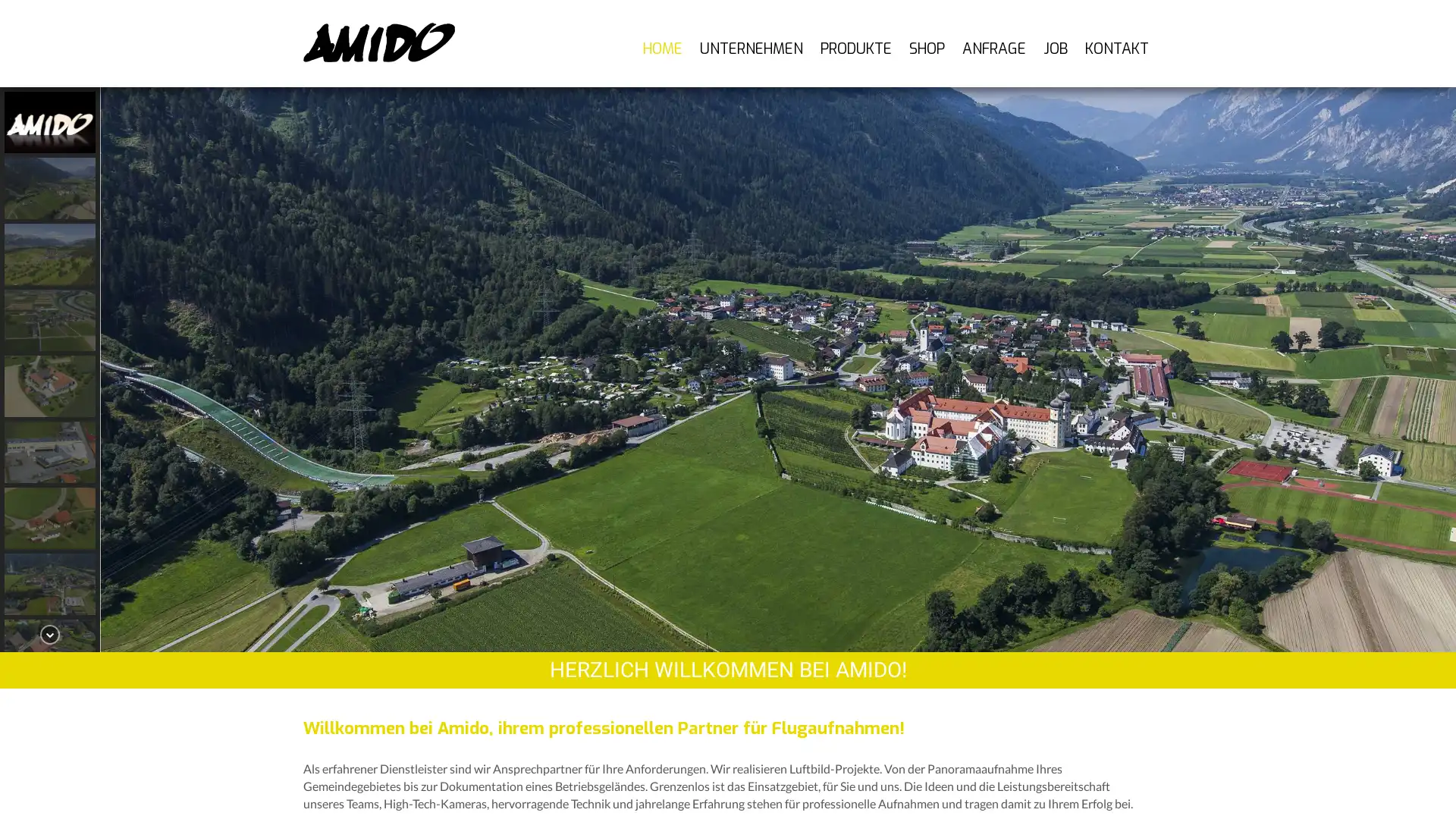 The height and width of the screenshot is (819, 1456). Describe the element at coordinates (50, 451) in the screenshot. I see `Thumbnail 5` at that location.